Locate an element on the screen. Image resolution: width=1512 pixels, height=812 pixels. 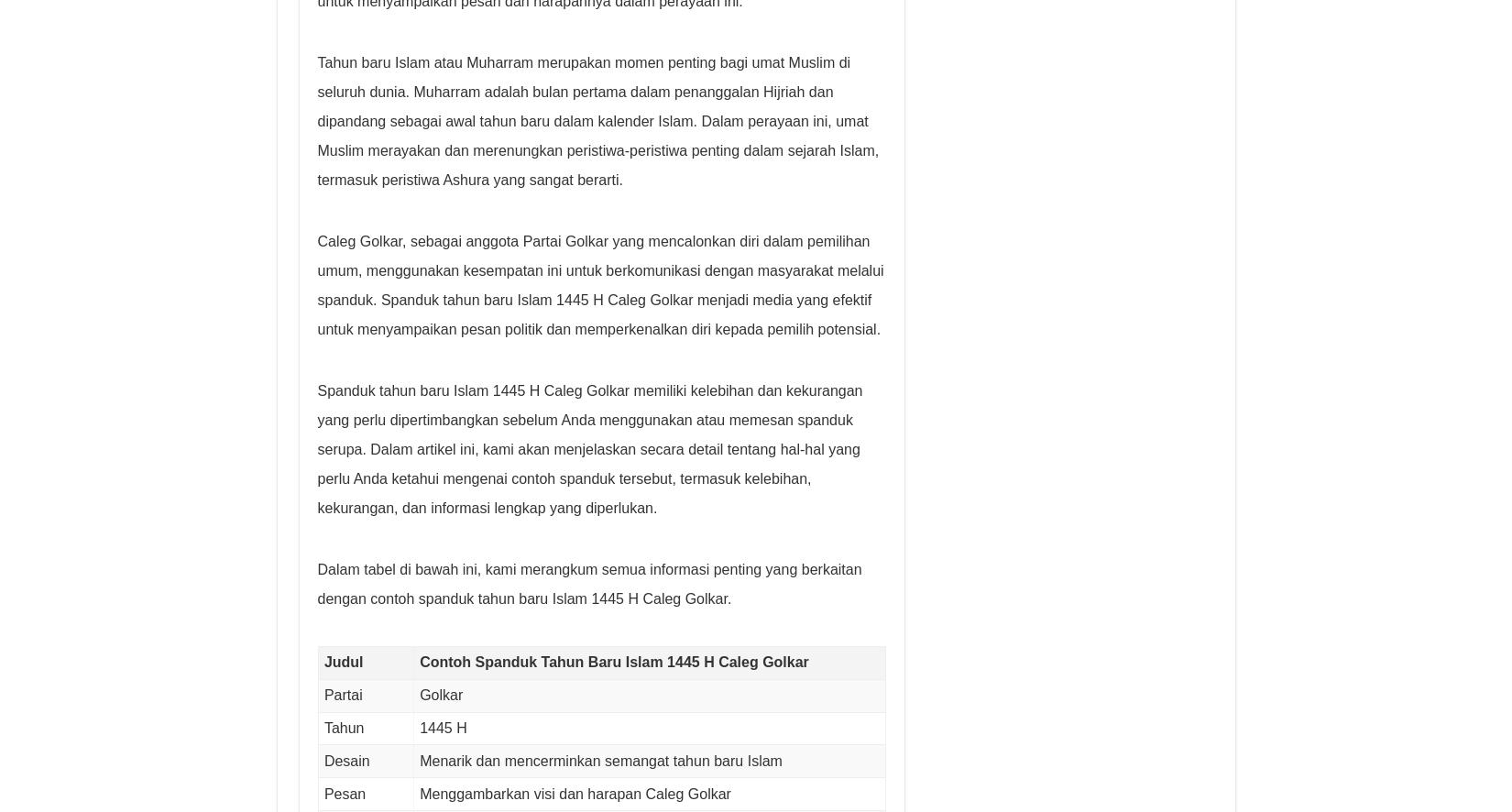
'Caleg Golkar, sebagai anggota Partai Golkar yang mencalonkan diri dalam pemilihan umum, menggunakan kesempatan ini untuk berkomunikasi dengan masyarakat melalui spanduk. Spanduk tahun baru Islam 1445 H Caleg Golkar menjadi media yang efektif untuk menyampaikan pesan politik dan memperkenalkan diri kepada pemilih potensial.' is located at coordinates (599, 284).